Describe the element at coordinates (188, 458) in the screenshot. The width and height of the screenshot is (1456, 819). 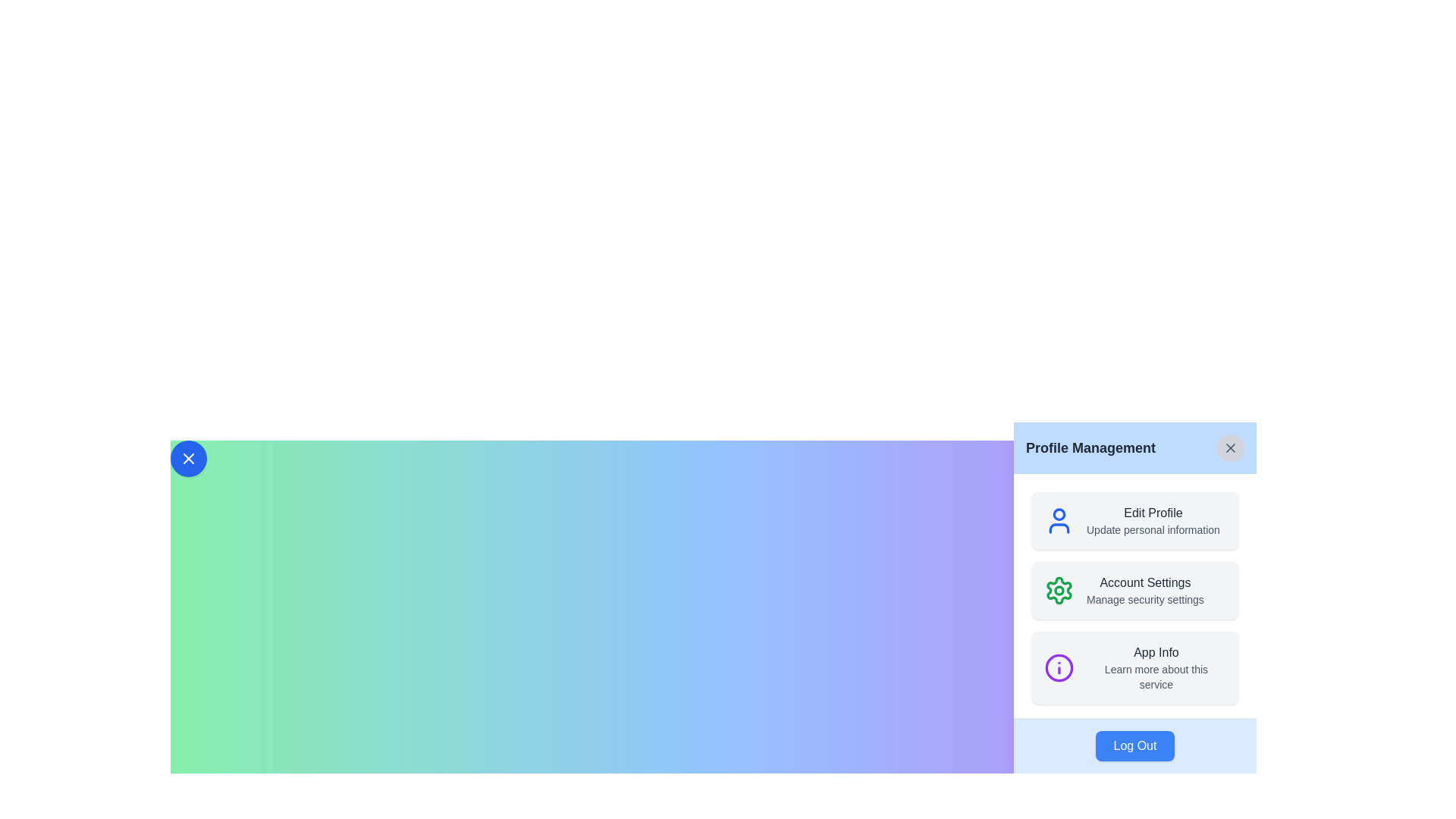
I see `the 'X' icon located in the top-left corner of the page` at that location.